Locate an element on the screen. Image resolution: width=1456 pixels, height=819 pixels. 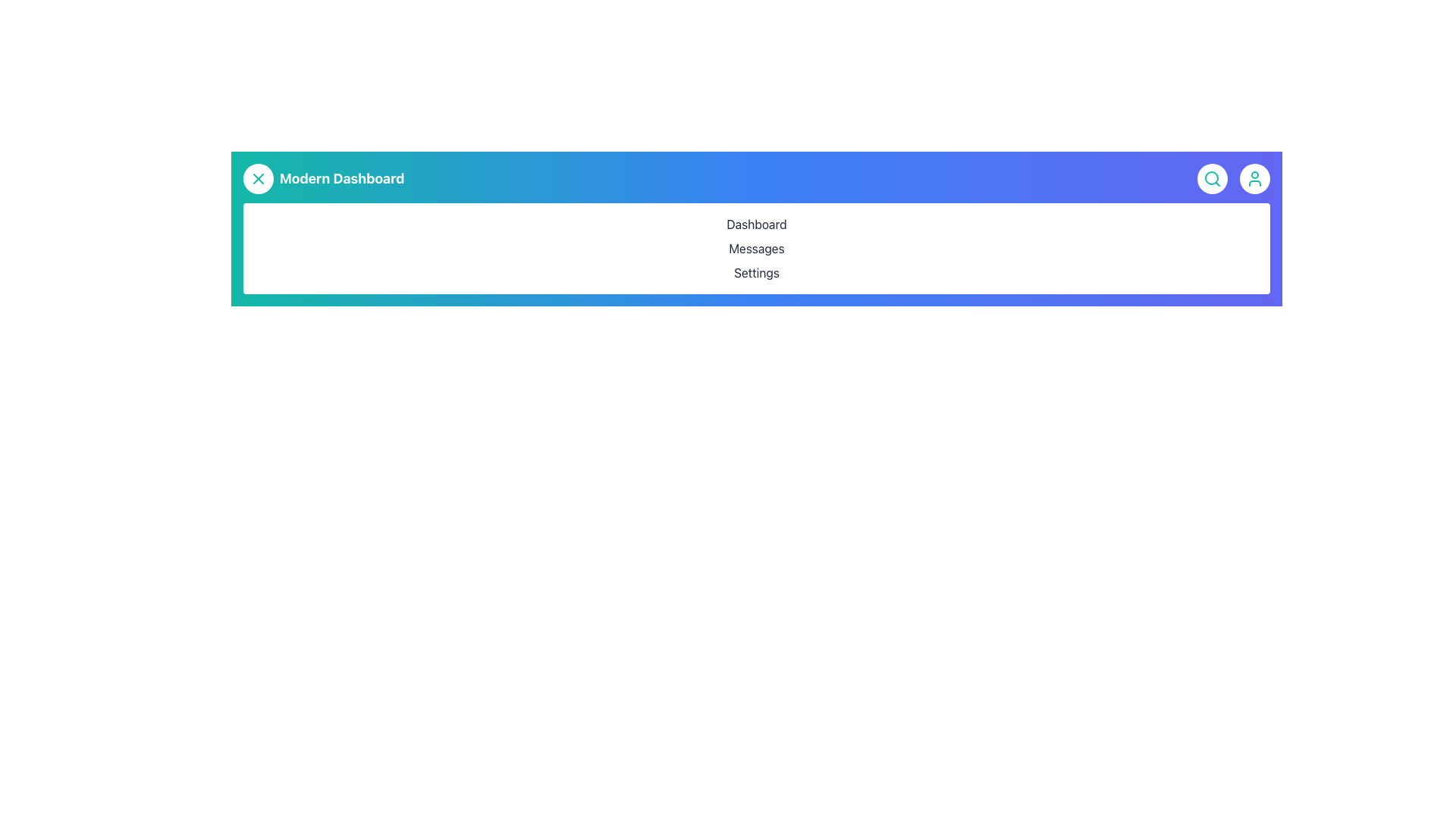
the Circle element that is part of the SVG graphic indicating search functionality, which is positioned as the inner circular part of a magnifying glass icon is located at coordinates (1211, 177).